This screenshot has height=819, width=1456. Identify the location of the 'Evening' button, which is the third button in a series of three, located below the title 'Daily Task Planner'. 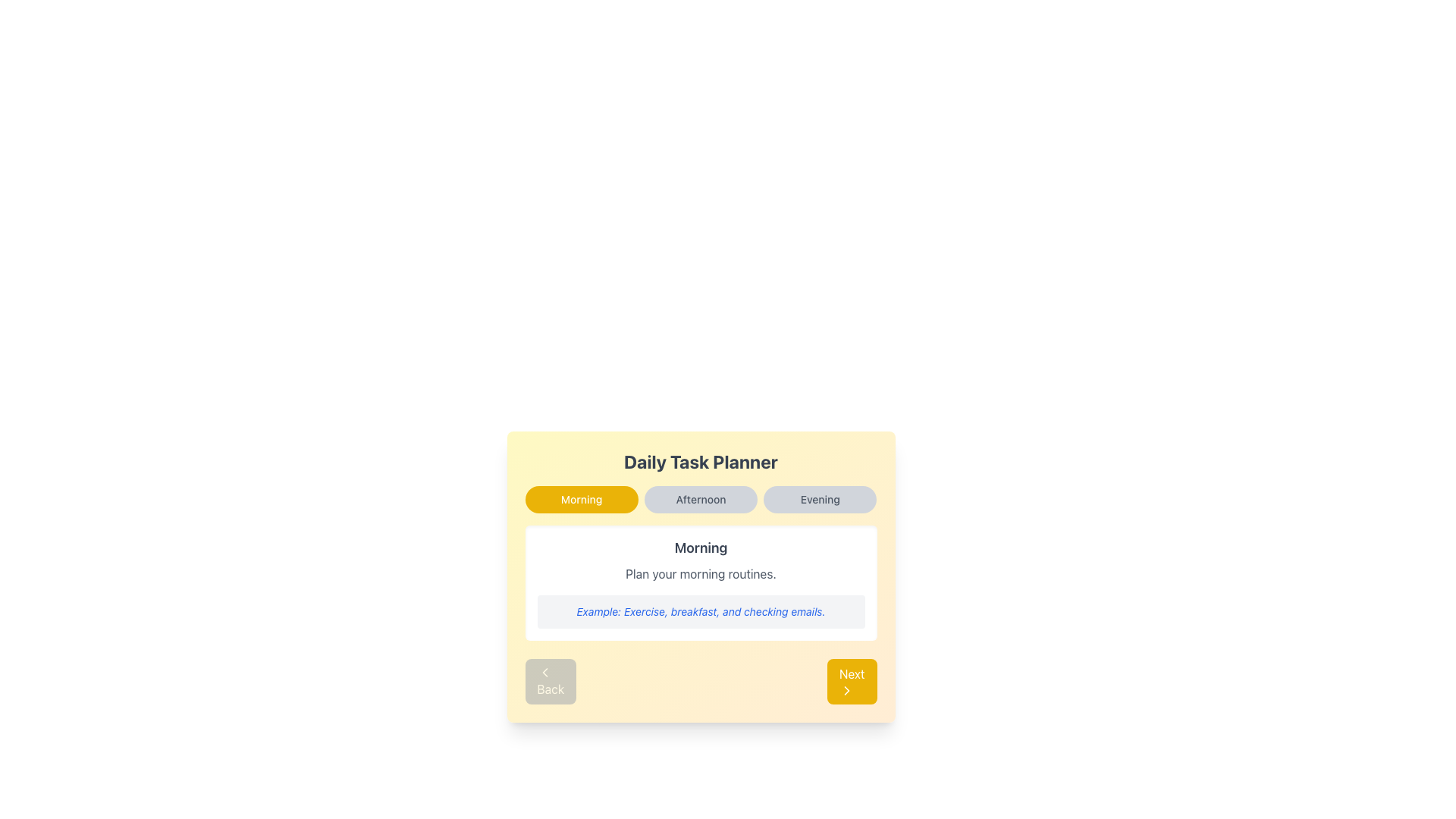
(819, 500).